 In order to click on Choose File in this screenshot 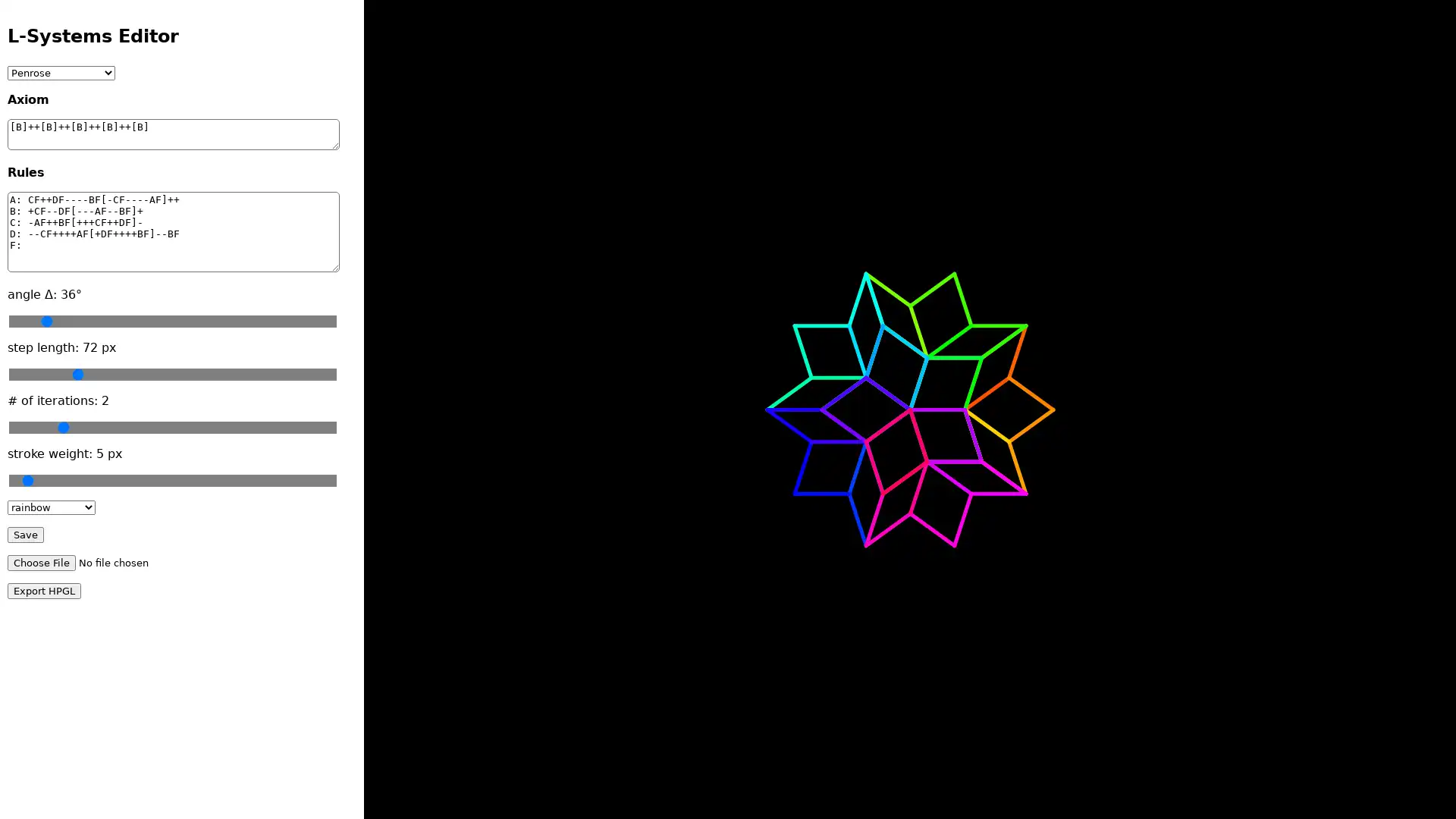, I will do `click(41, 563)`.